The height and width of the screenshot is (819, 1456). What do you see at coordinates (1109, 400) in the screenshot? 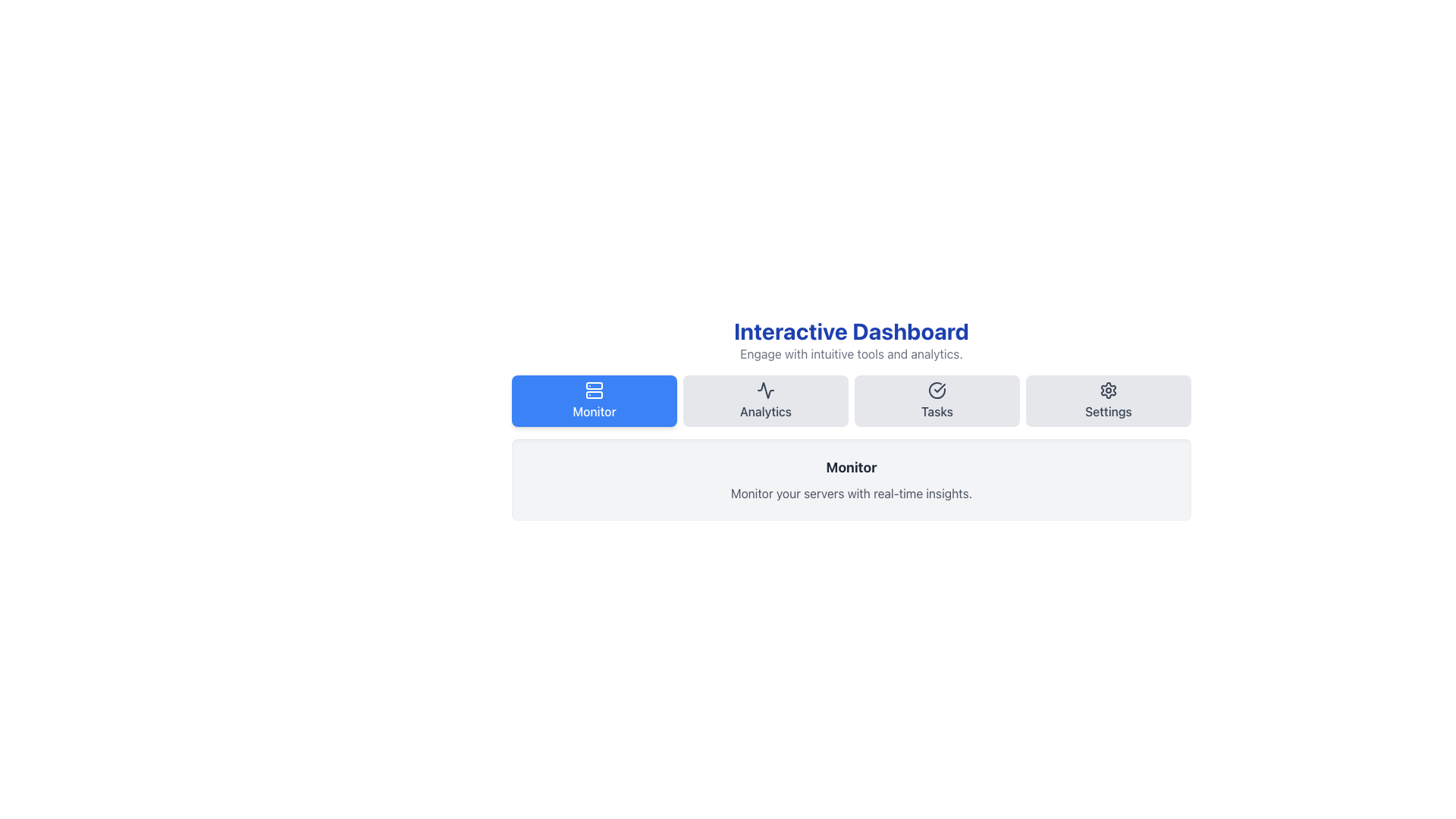
I see `the settings navigation button, the fourth button in a horizontal row` at bounding box center [1109, 400].